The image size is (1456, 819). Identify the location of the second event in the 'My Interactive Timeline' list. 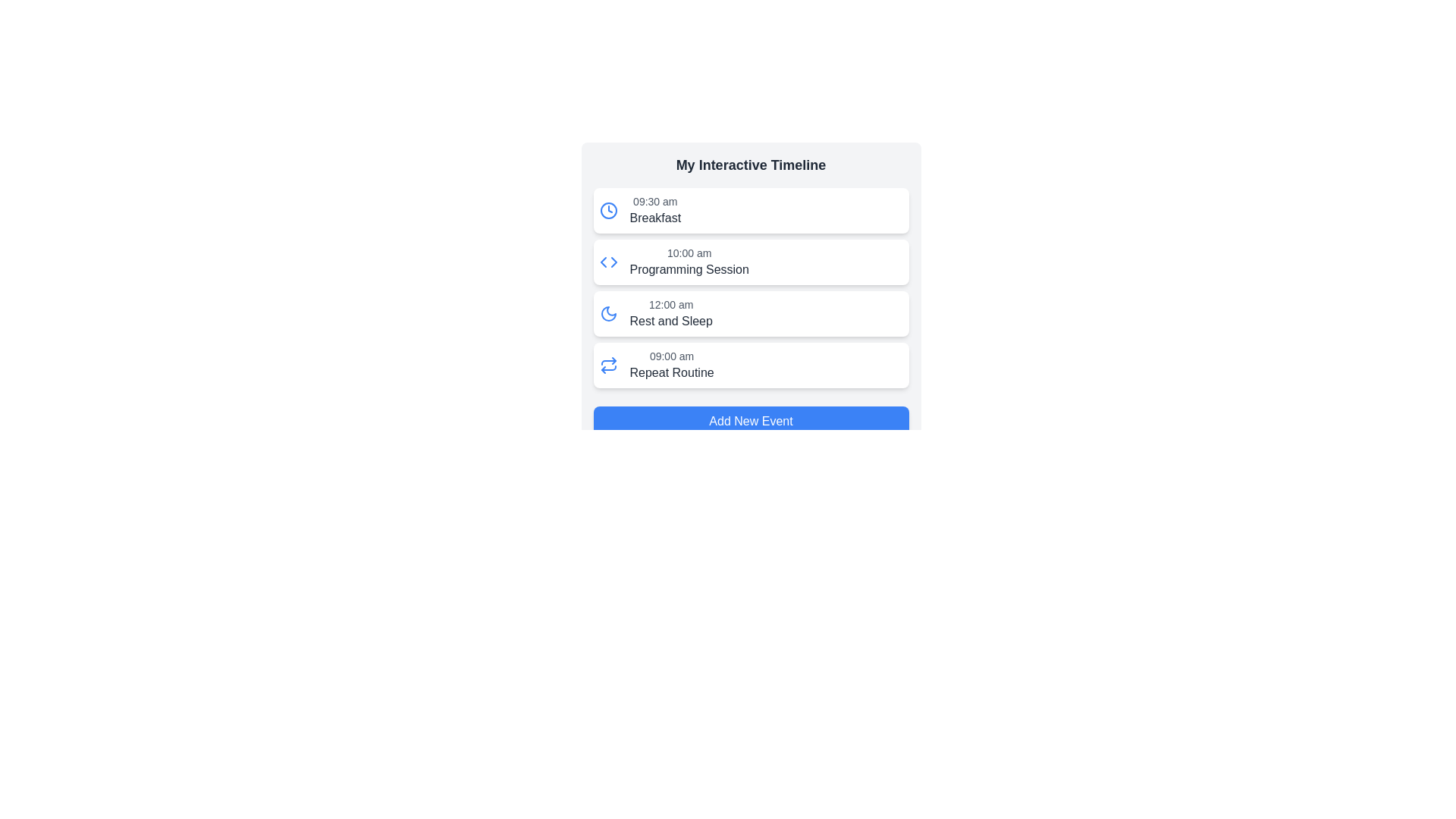
(673, 262).